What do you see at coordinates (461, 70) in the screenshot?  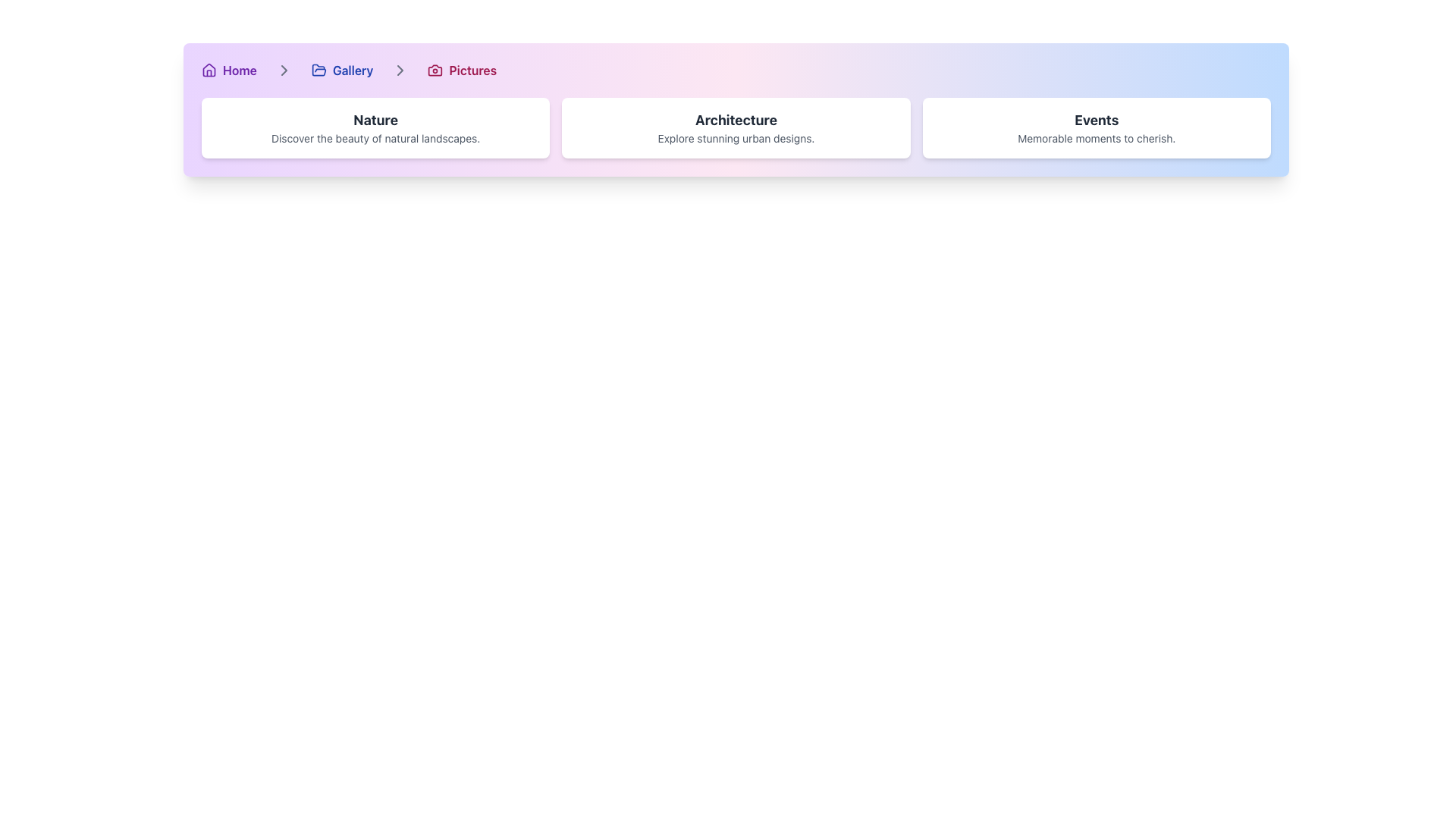 I see `the 'Pictures' breadcrumb link, which is the fifth item in the navigation bar styled with a bold pink font and a camera icon` at bounding box center [461, 70].